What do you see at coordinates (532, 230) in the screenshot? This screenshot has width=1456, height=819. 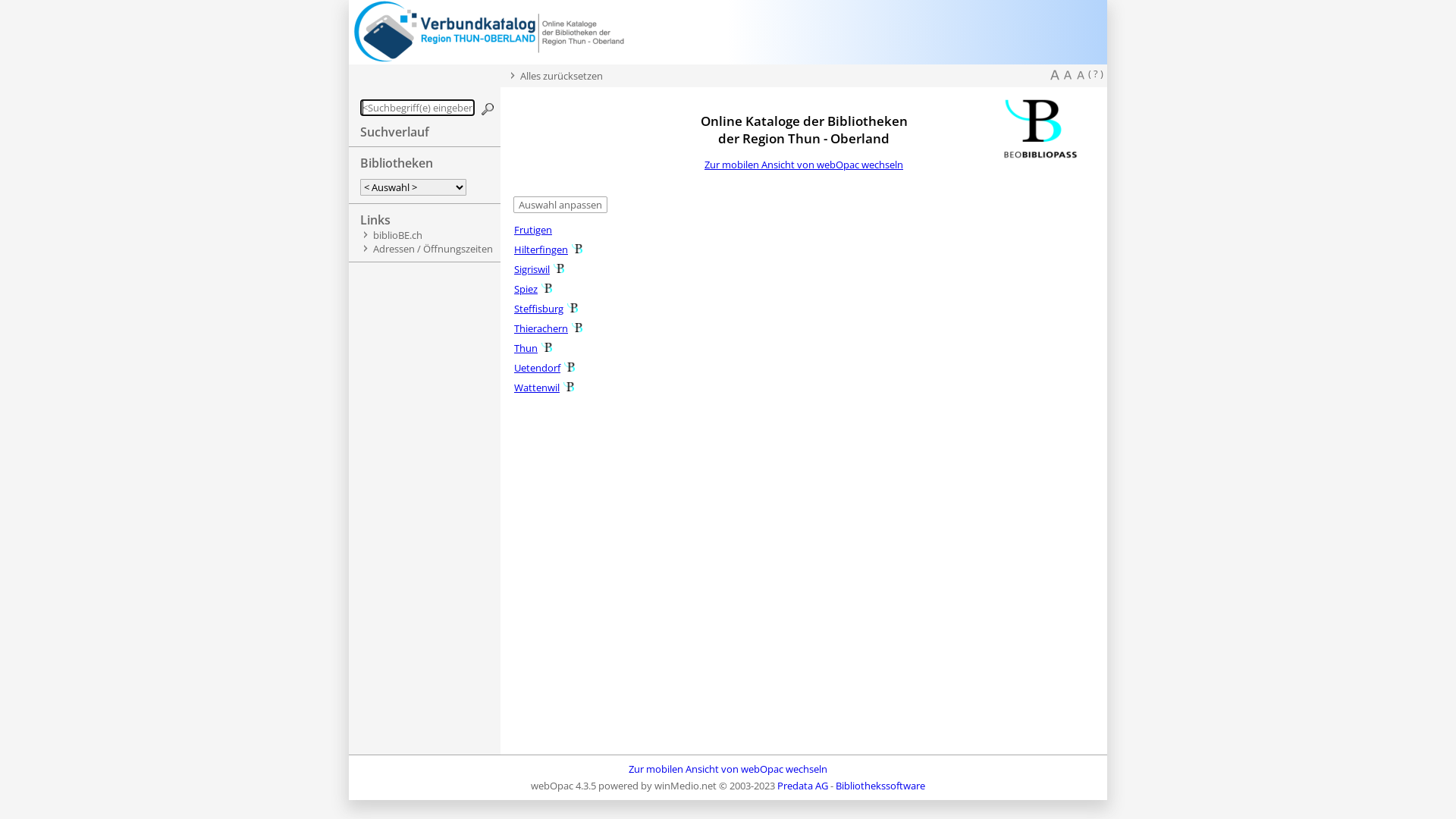 I see `'Frutigen'` at bounding box center [532, 230].